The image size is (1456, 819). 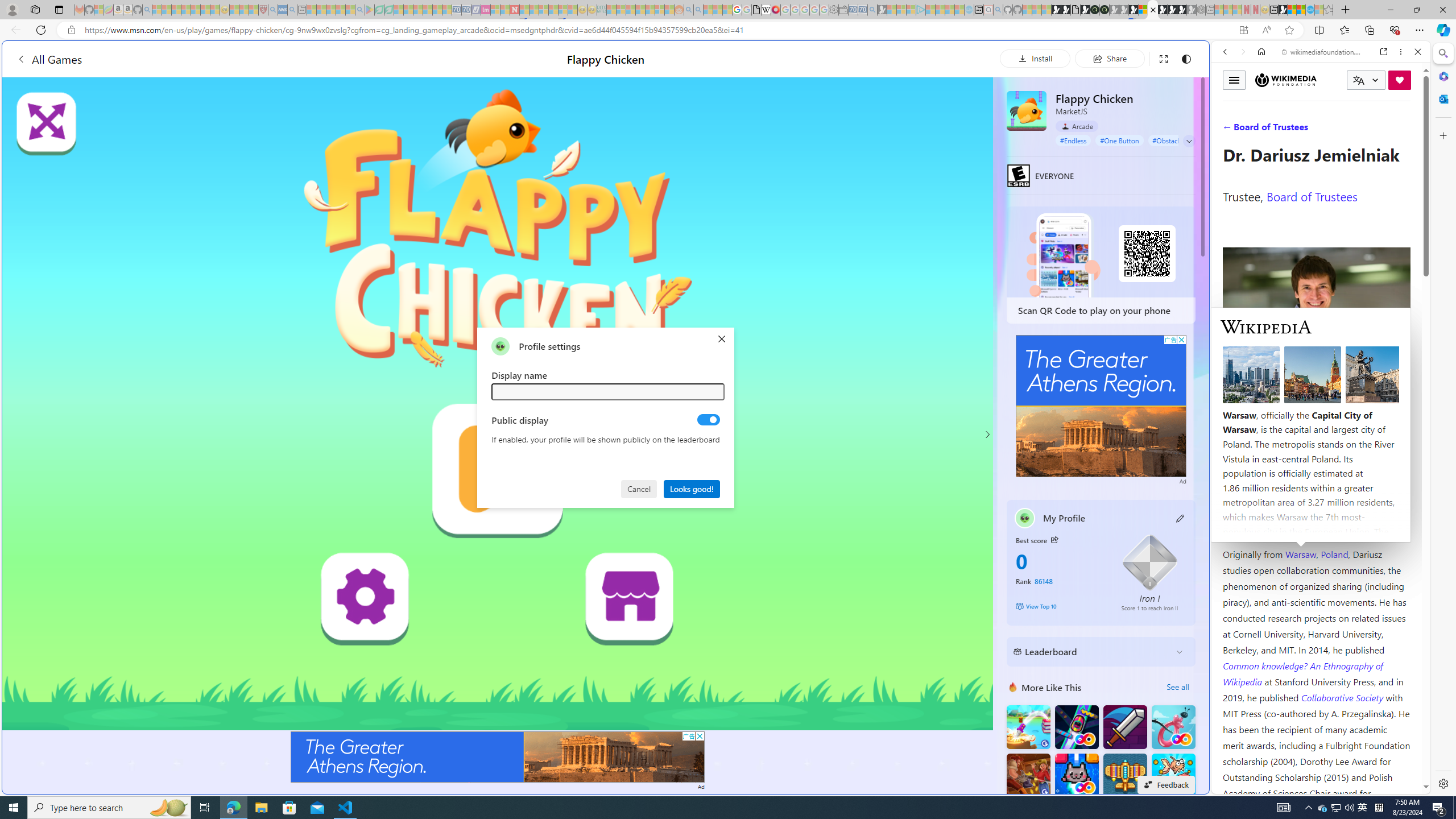 What do you see at coordinates (341, 9) in the screenshot?
I see `'Pets - MSN - Sleeping'` at bounding box center [341, 9].